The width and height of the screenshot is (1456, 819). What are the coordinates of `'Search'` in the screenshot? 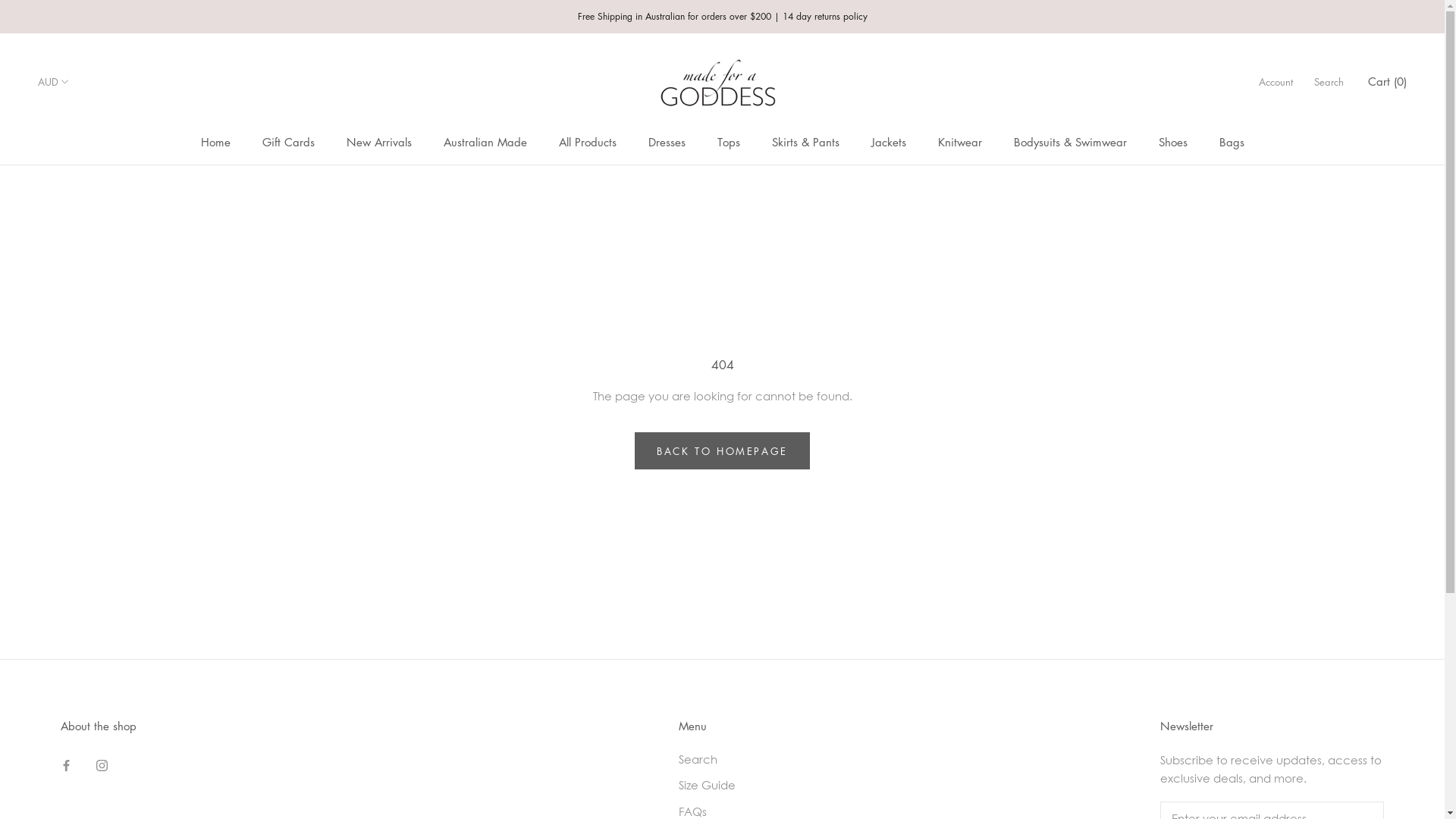 It's located at (1328, 81).